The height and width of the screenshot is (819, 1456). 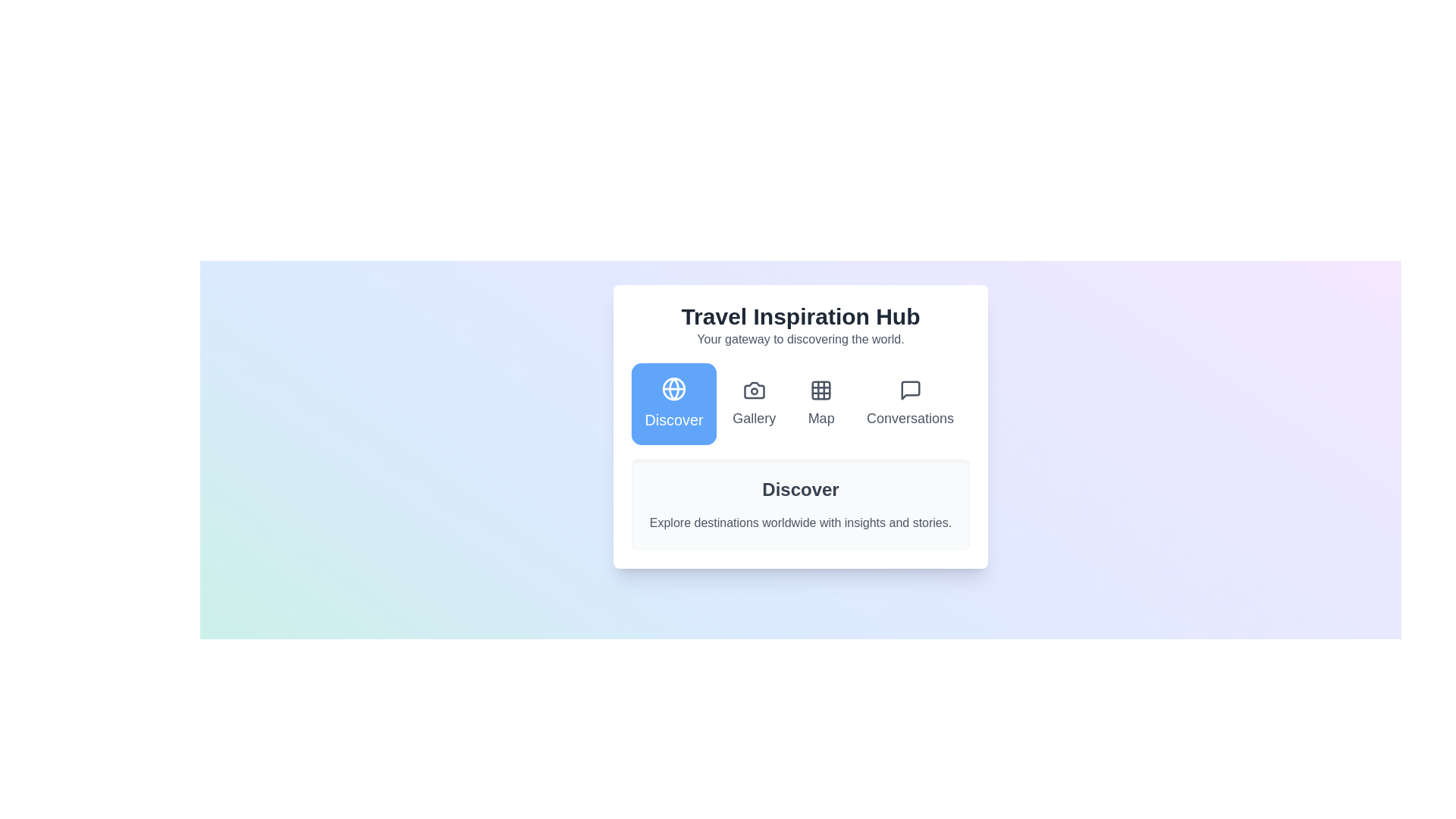 I want to click on the top-left square icon in the 3x3 grid layout, which is styled with a plain design and has rounded corners, so click(x=821, y=390).